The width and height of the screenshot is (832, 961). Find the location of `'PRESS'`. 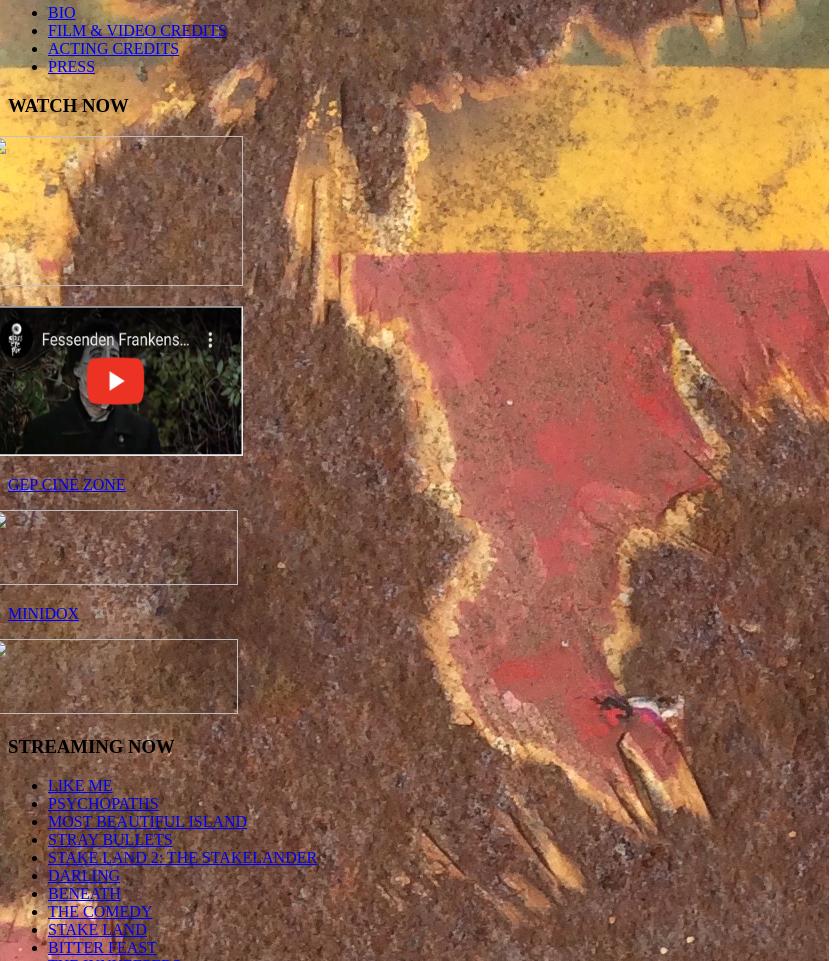

'PRESS' is located at coordinates (70, 66).